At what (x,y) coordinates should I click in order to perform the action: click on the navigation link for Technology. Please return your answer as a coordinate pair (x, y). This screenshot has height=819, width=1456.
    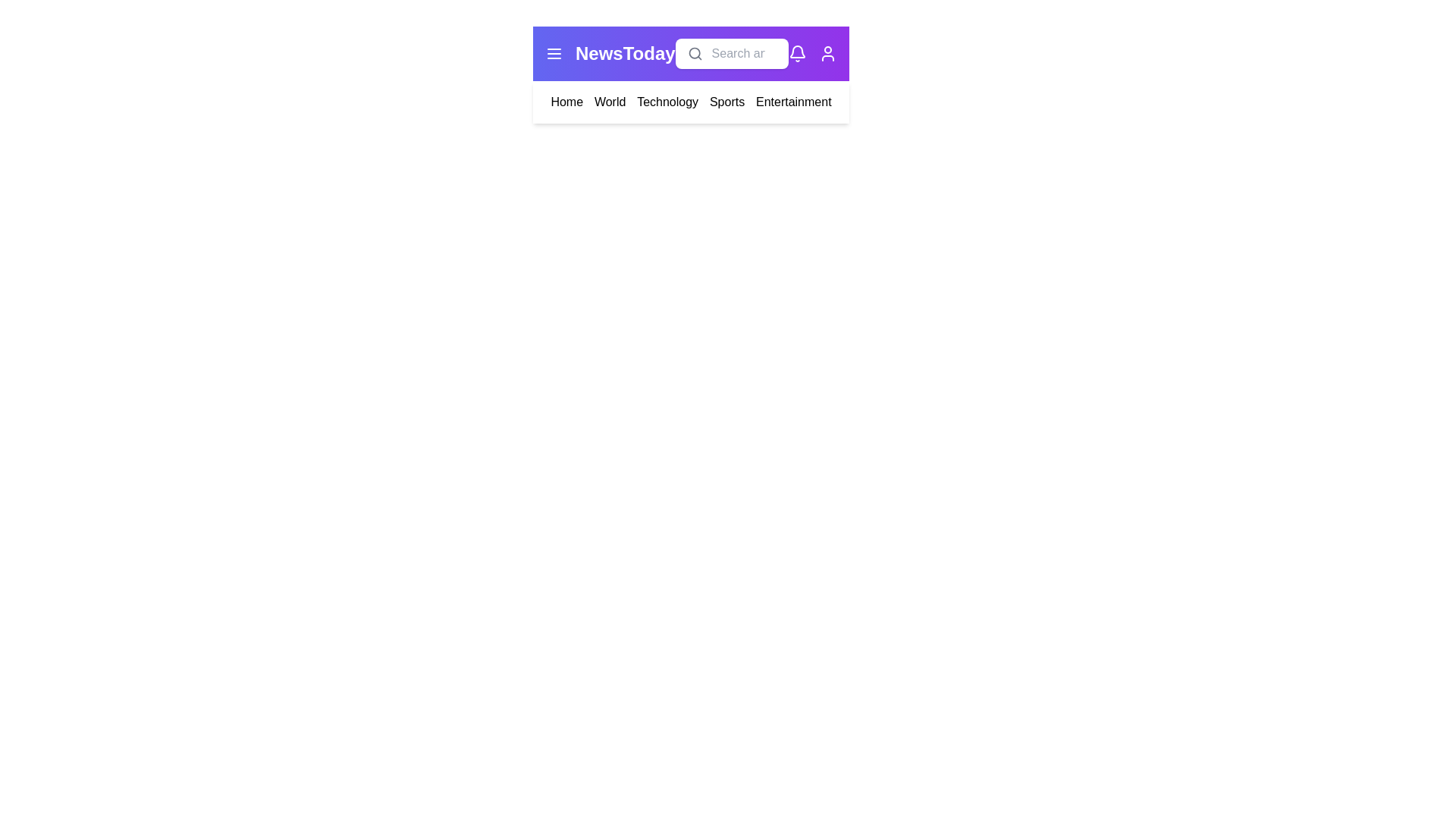
    Looking at the image, I should click on (667, 102).